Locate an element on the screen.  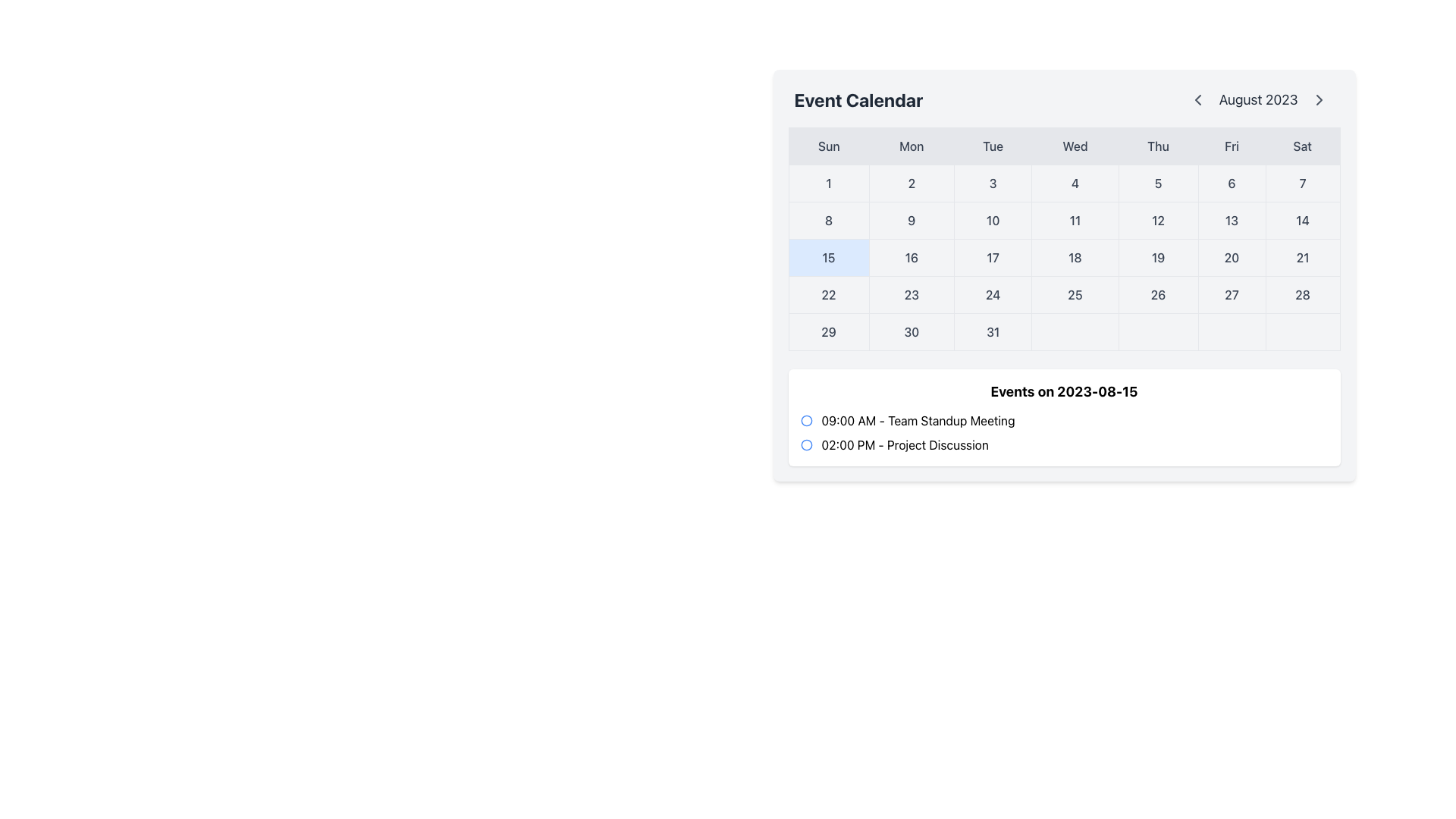
the clickable calendar date box component representing the date '7' in the top-right corner of the calendar interface for August 2023 is located at coordinates (1302, 183).